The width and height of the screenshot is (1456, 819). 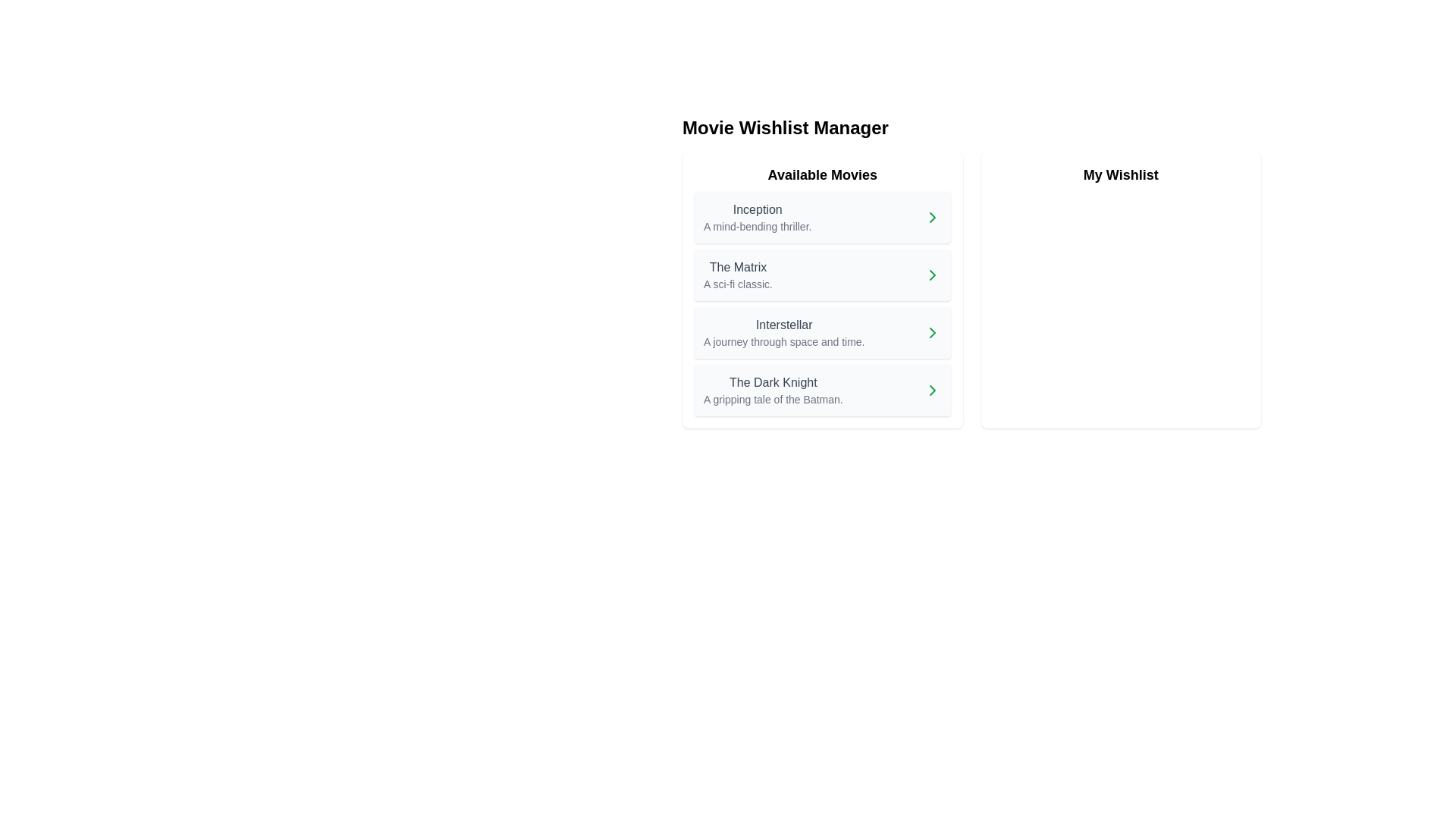 I want to click on text label for the movie 'Interstellar', which includes its title and subtitle, located in the third item under 'Available Movies', so click(x=784, y=332).